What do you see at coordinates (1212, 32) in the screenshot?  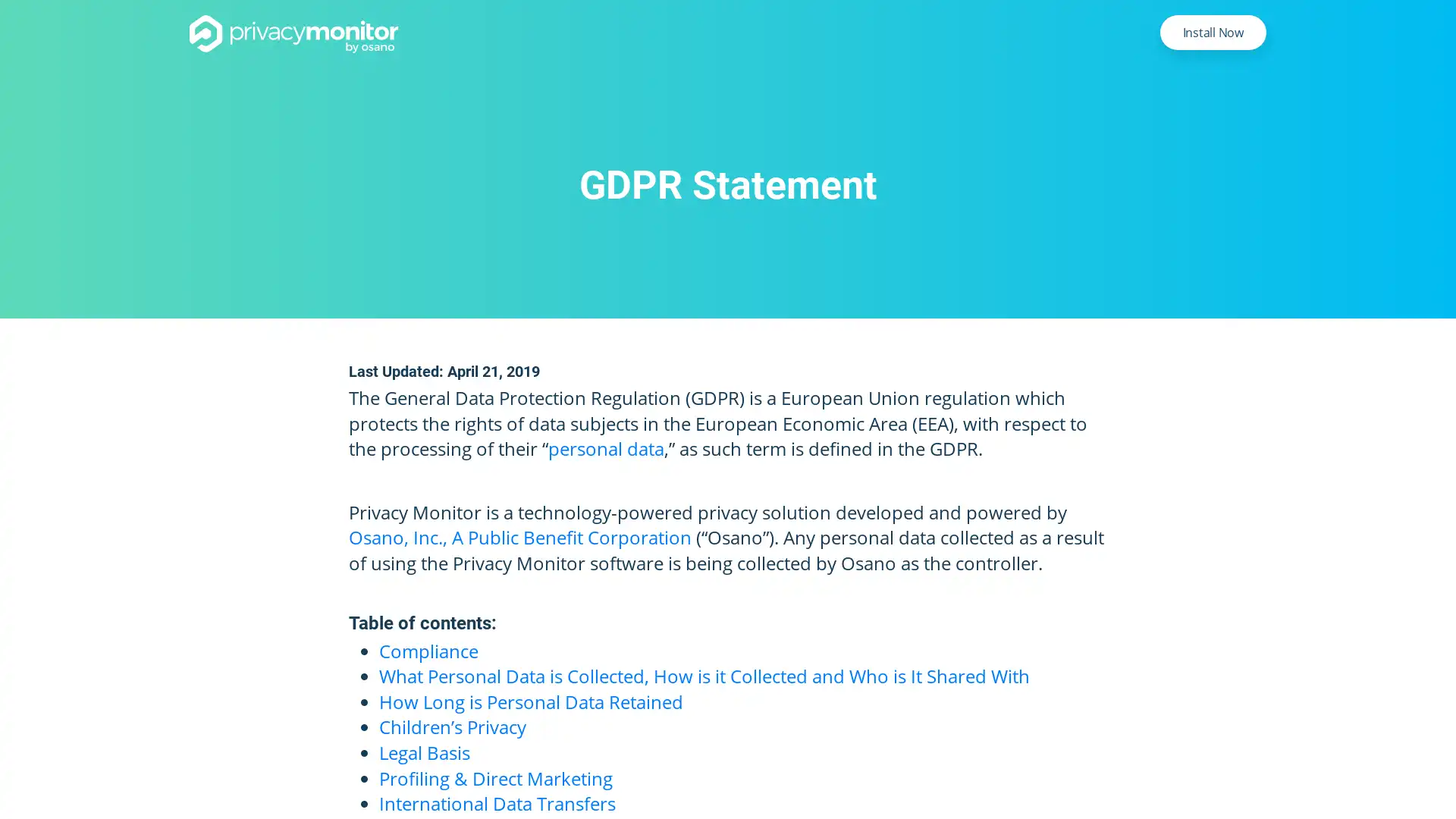 I see `Install Now` at bounding box center [1212, 32].